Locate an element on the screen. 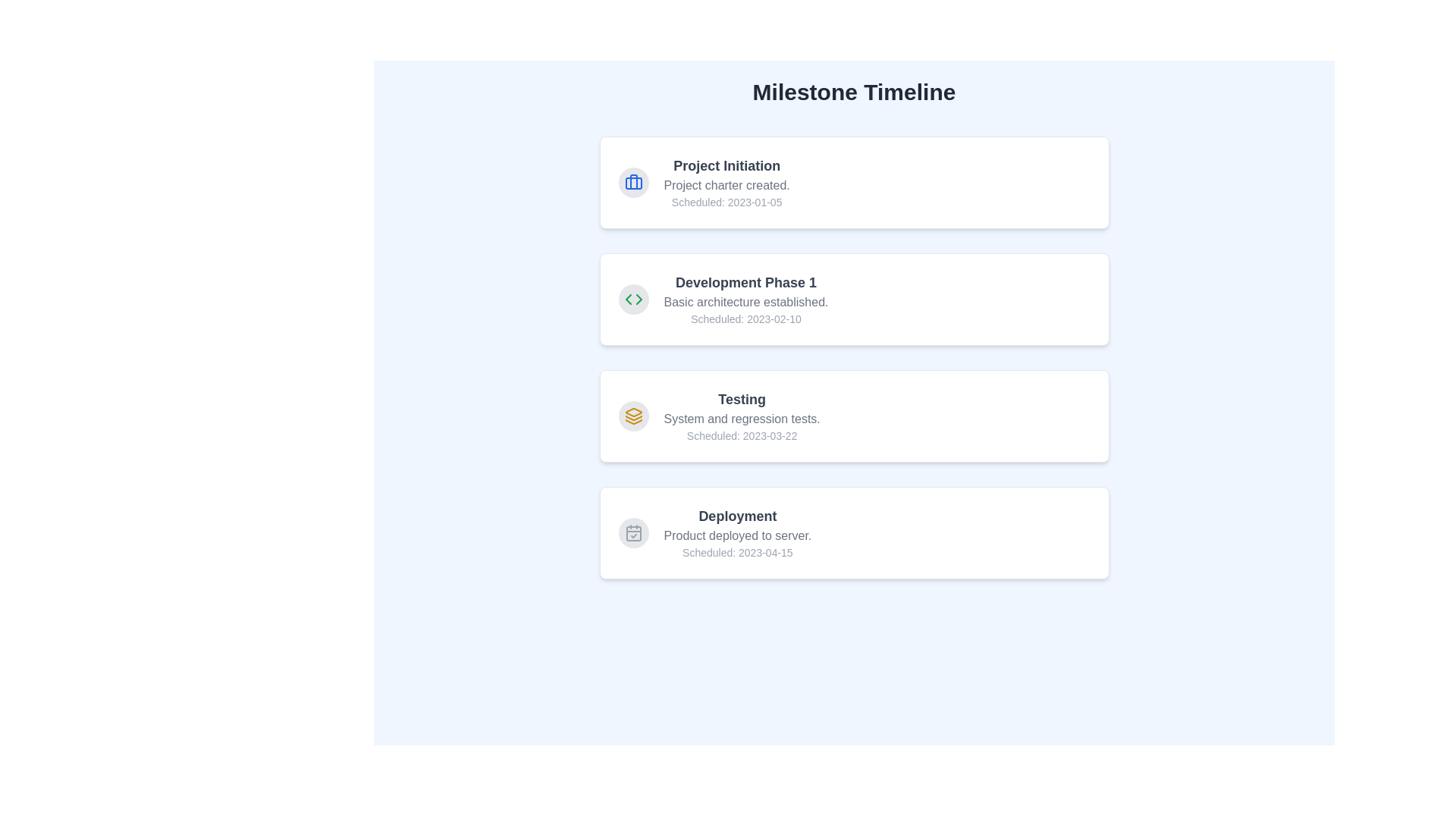  text element styled as a subtitle that contains 'System and regression tests.' located below the 'Testing' heading and above the 'Scheduled: 2023-03-22' is located at coordinates (742, 419).